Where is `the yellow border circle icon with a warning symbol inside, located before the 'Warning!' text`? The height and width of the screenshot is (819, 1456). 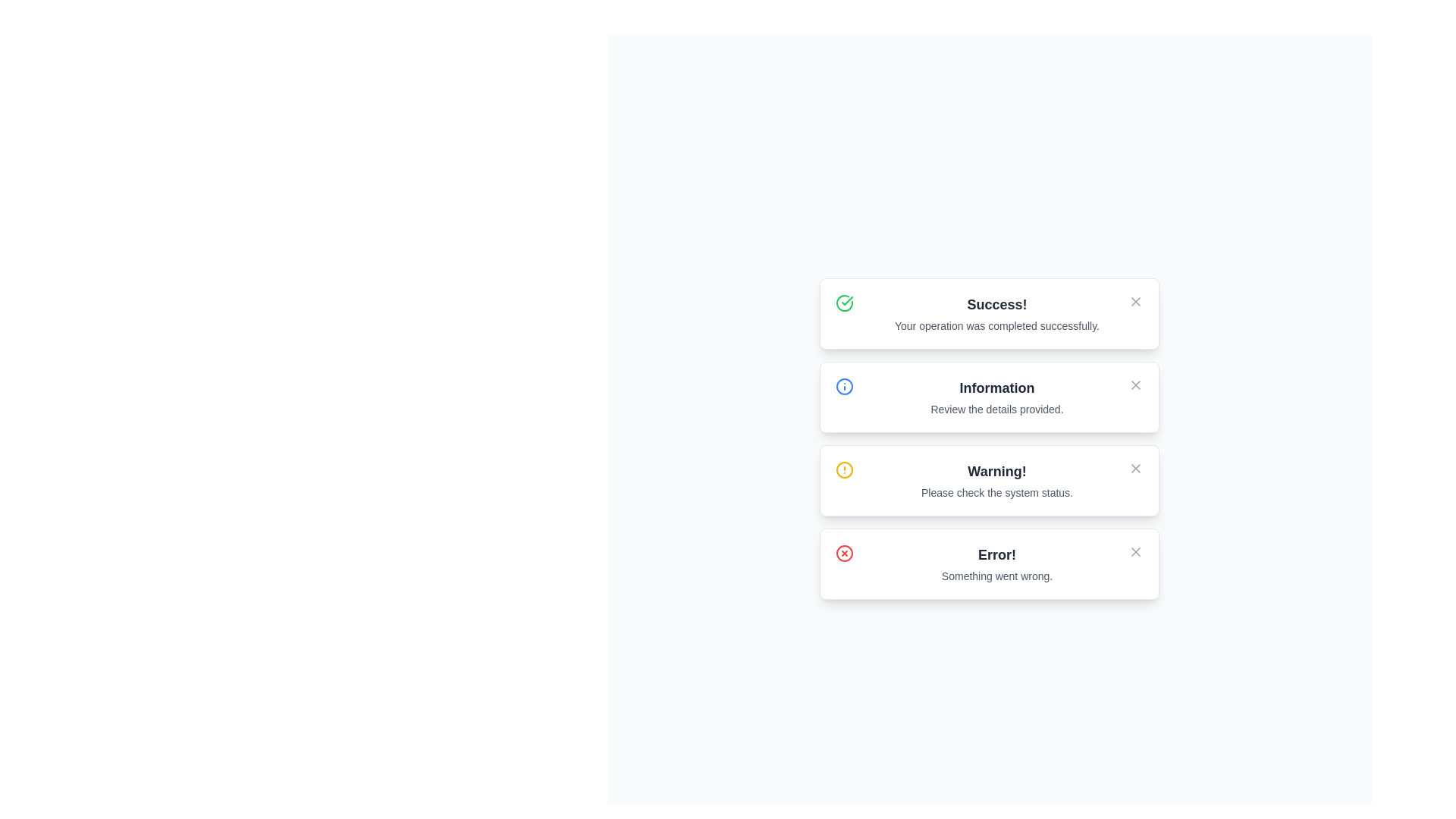
the yellow border circle icon with a warning symbol inside, located before the 'Warning!' text is located at coordinates (843, 469).